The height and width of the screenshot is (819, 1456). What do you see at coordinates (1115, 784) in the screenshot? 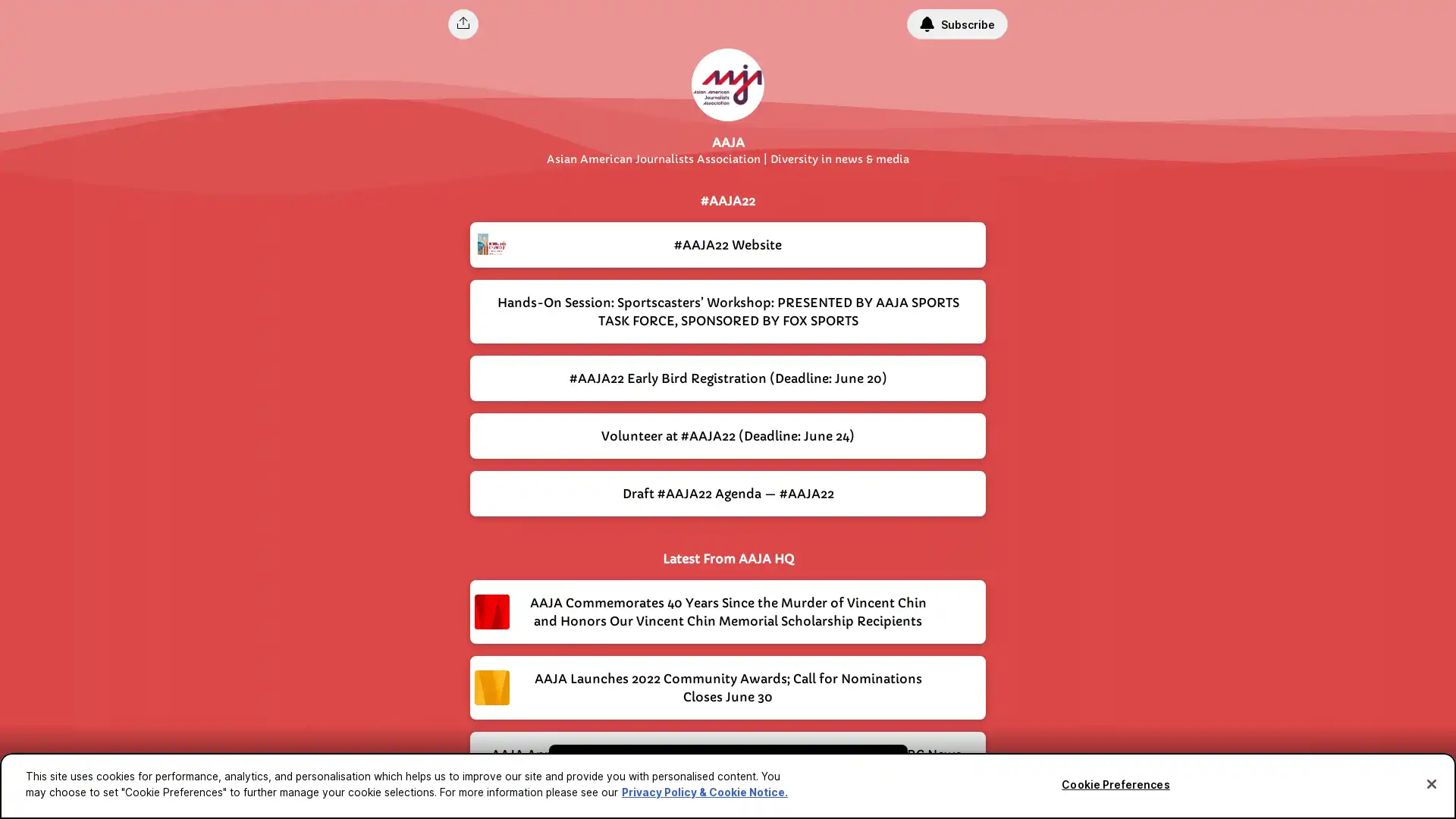
I see `Cookie Preferences` at bounding box center [1115, 784].